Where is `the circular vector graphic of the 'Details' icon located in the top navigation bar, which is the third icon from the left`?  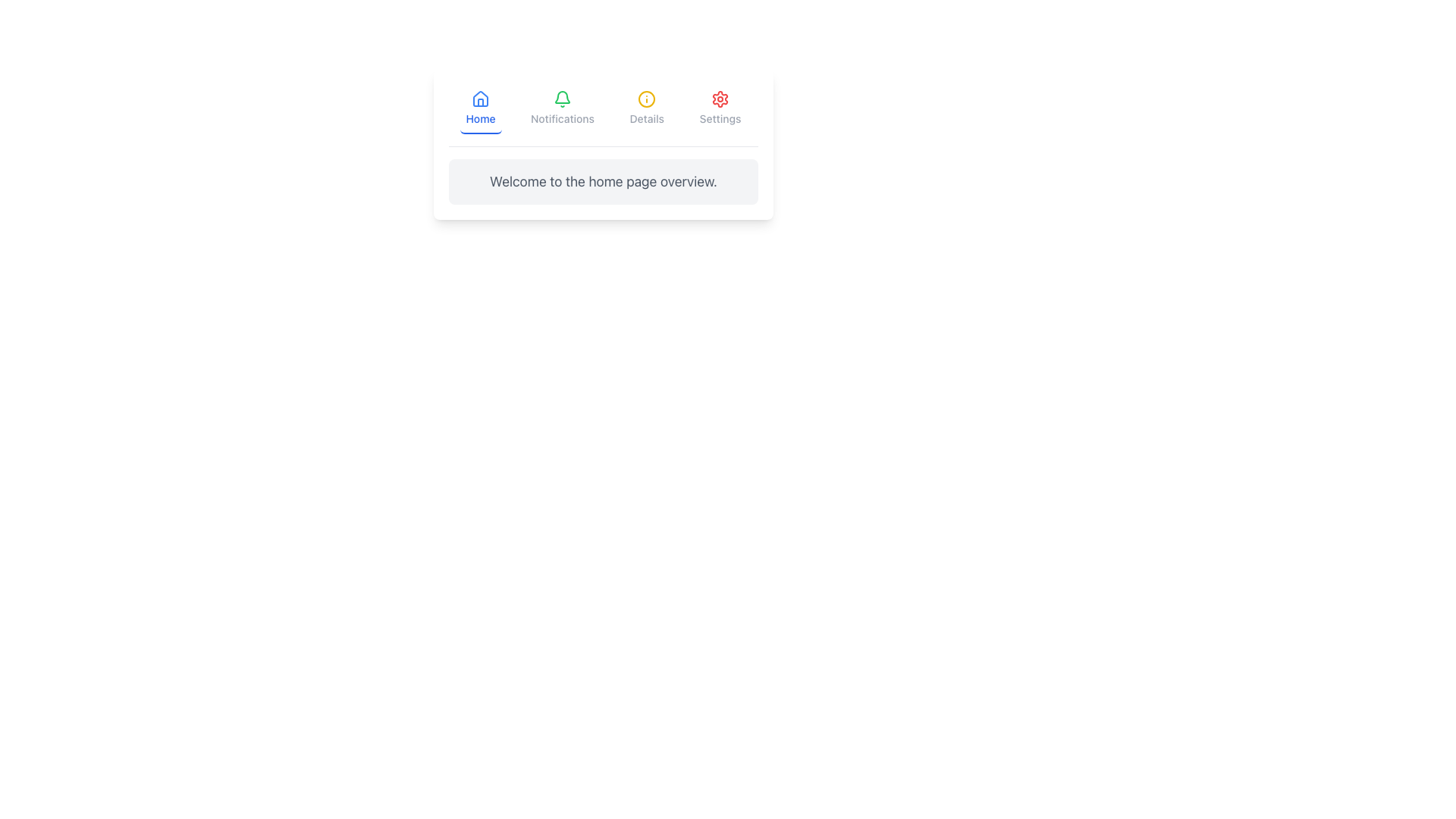
the circular vector graphic of the 'Details' icon located in the top navigation bar, which is the third icon from the left is located at coordinates (647, 99).